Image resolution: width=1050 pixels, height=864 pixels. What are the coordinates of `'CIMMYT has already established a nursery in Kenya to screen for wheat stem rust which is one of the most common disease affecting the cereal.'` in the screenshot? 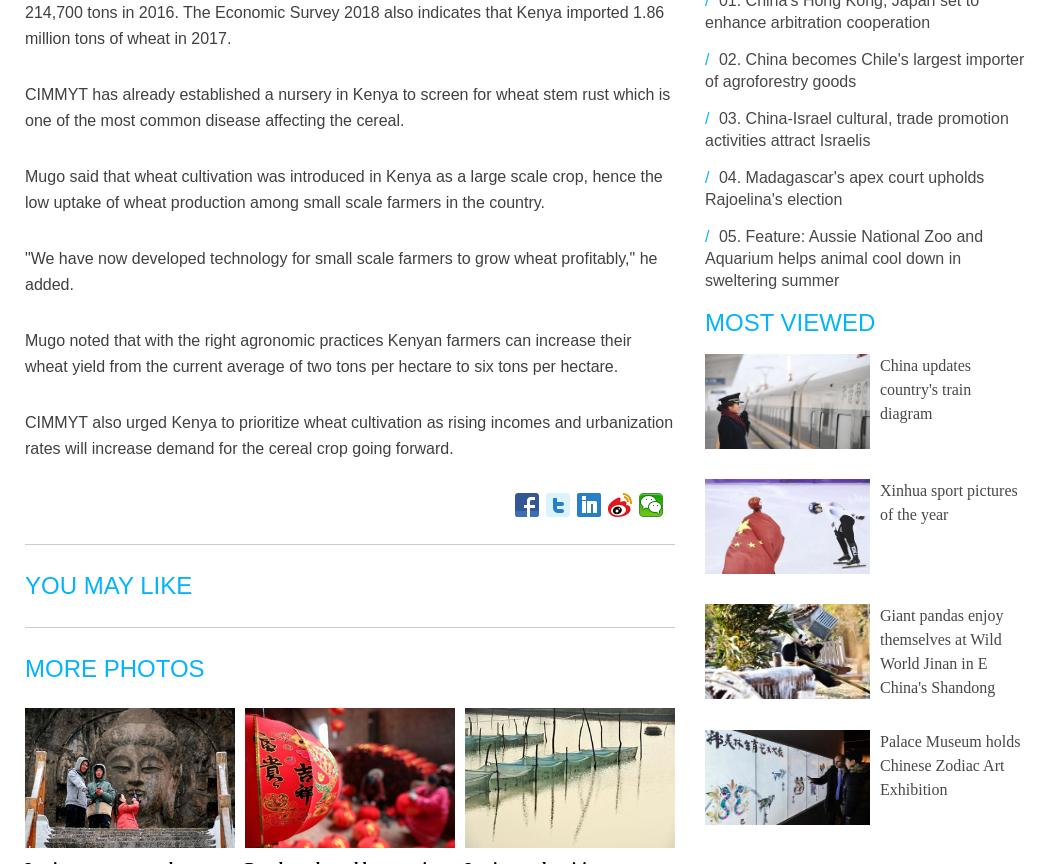 It's located at (346, 107).